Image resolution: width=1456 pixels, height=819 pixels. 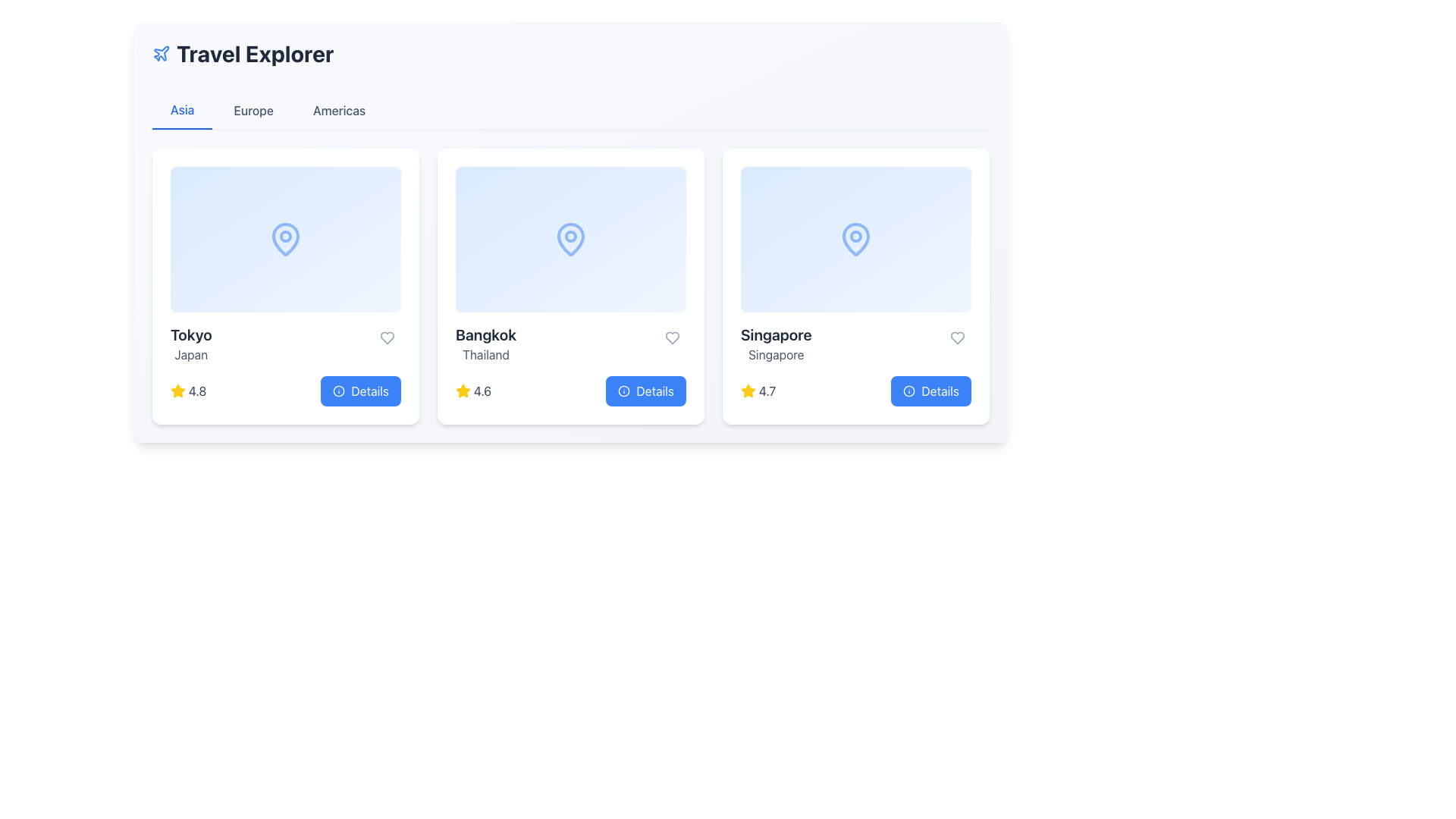 I want to click on the small blue plane icon located to the left of the 'Travel Explorer' text in the primary header area, so click(x=161, y=52).